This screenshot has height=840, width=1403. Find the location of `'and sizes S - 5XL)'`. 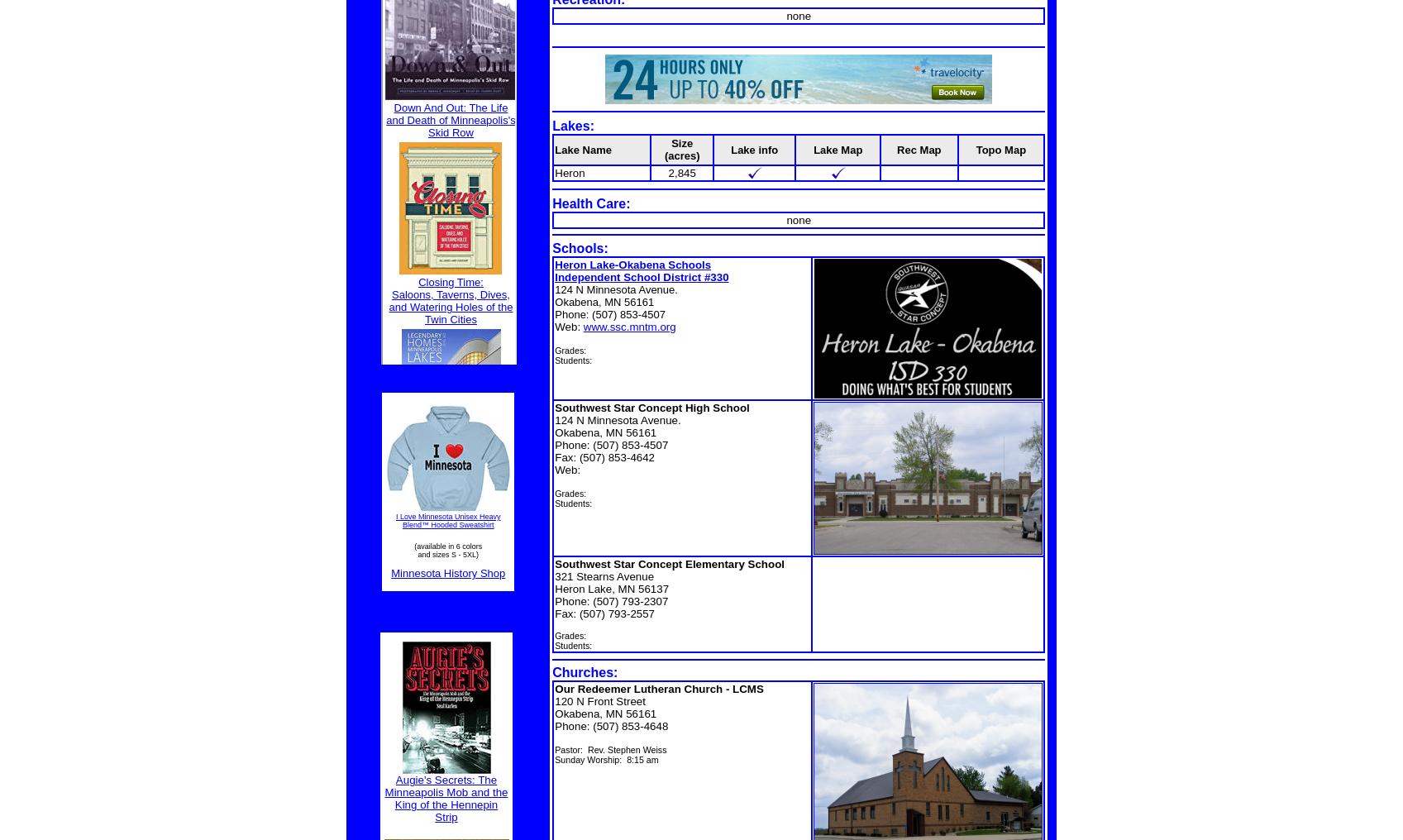

'and sizes S - 5XL)' is located at coordinates (447, 553).